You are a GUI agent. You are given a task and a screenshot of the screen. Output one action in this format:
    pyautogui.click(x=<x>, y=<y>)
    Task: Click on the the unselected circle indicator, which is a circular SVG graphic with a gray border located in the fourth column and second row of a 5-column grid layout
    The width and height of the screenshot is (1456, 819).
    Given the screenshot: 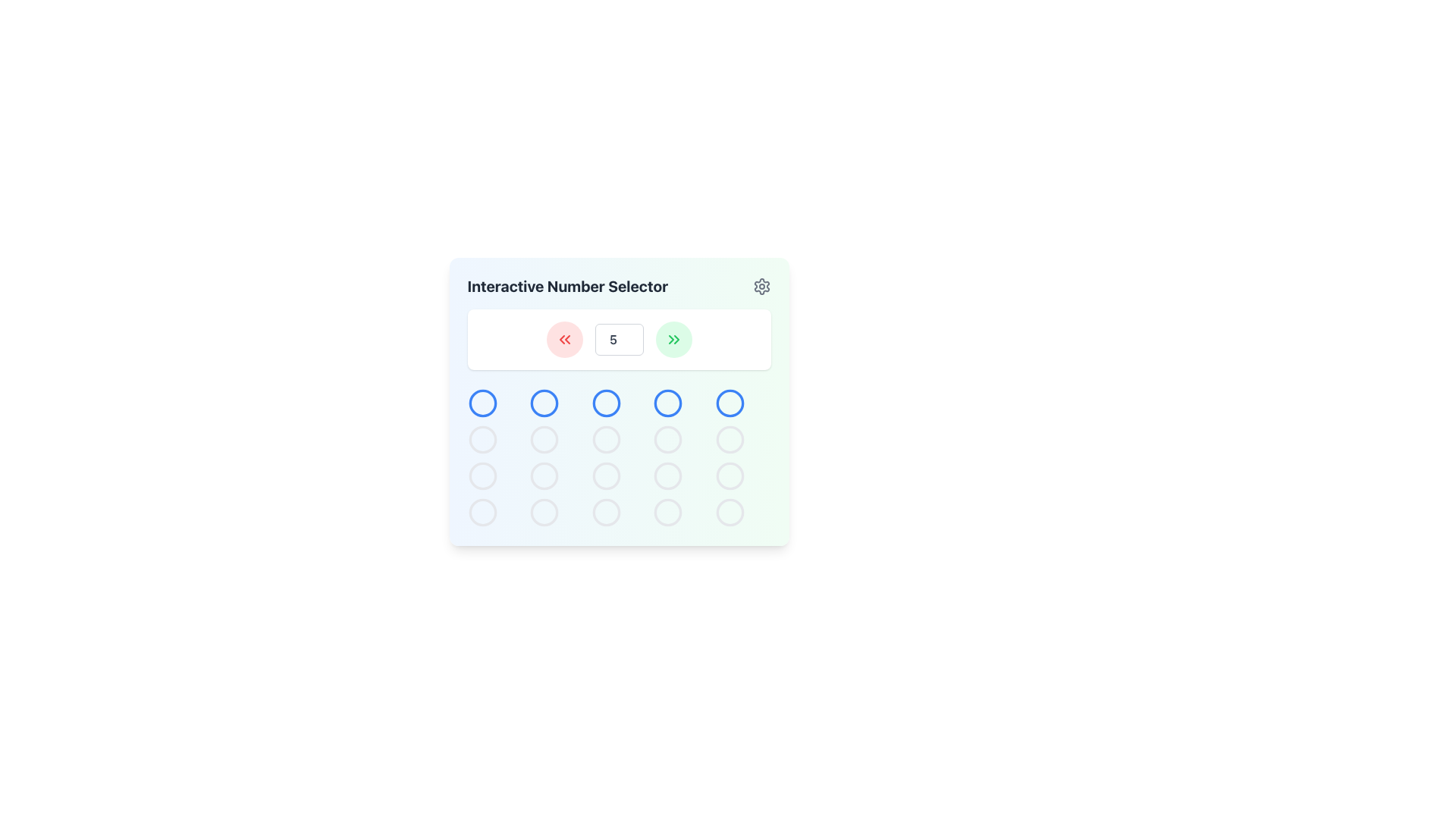 What is the action you would take?
    pyautogui.click(x=667, y=439)
    